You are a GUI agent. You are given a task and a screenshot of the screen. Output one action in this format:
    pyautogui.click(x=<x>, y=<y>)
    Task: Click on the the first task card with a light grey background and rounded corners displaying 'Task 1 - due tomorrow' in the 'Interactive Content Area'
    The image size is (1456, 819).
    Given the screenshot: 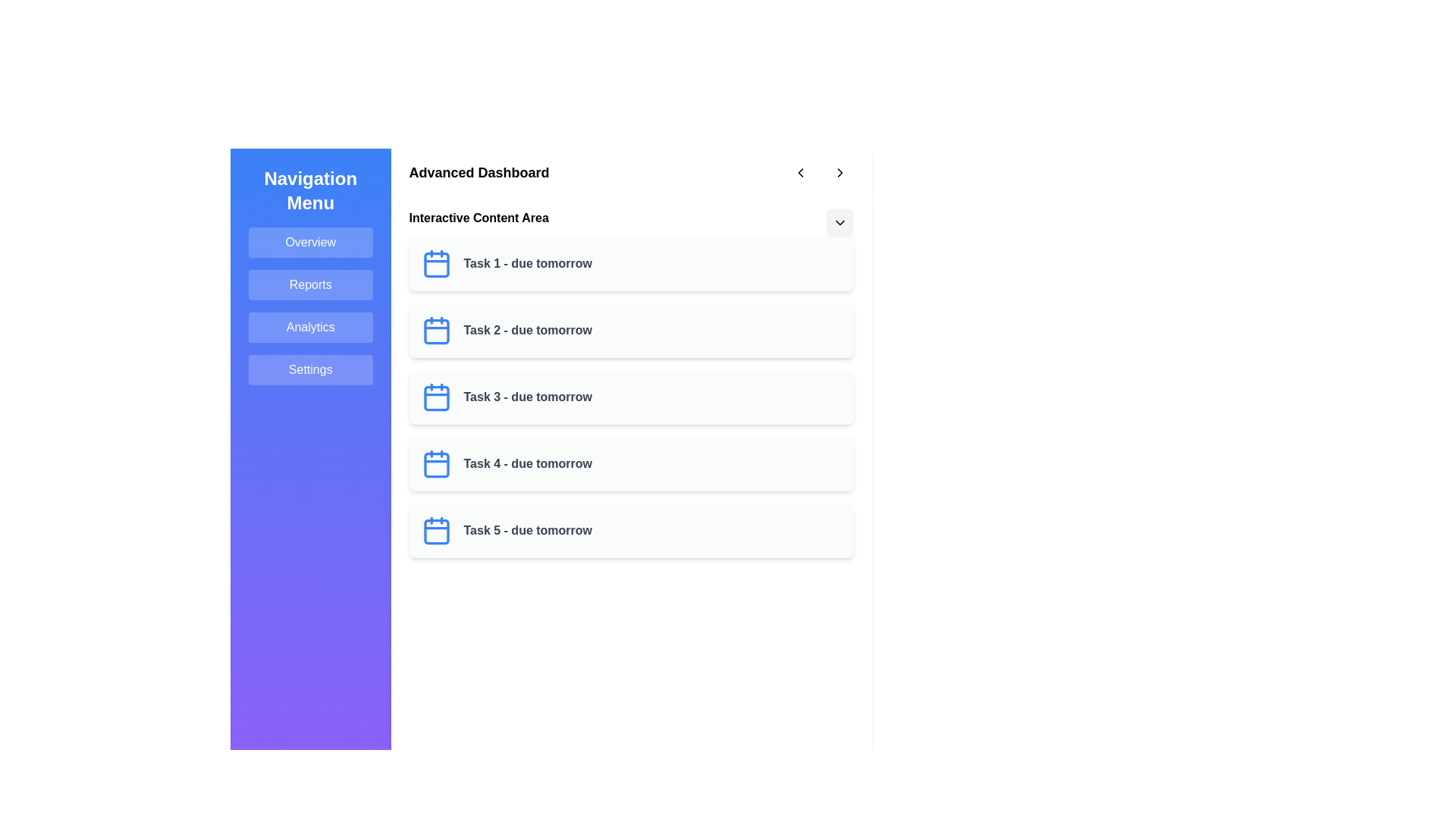 What is the action you would take?
    pyautogui.click(x=631, y=262)
    